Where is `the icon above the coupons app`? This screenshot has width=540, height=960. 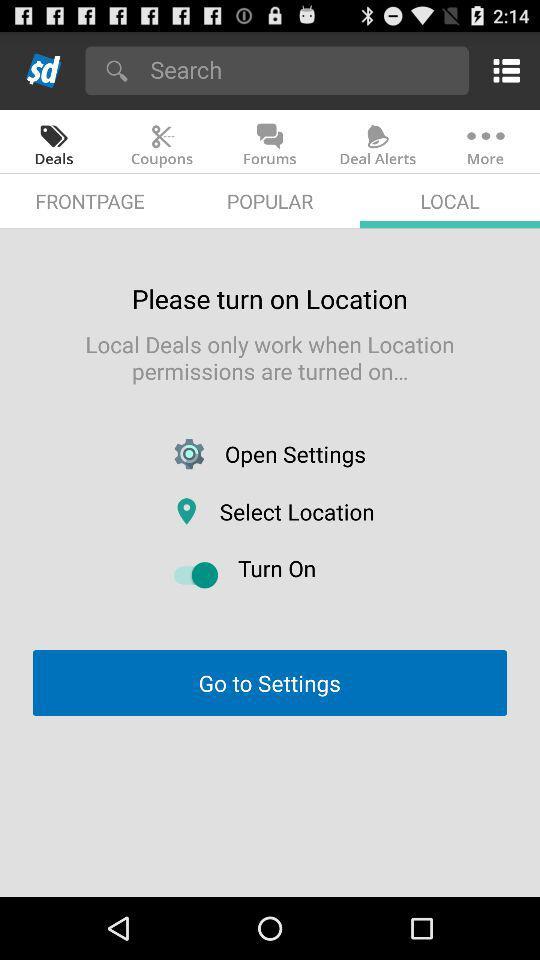
the icon above the coupons app is located at coordinates (302, 69).